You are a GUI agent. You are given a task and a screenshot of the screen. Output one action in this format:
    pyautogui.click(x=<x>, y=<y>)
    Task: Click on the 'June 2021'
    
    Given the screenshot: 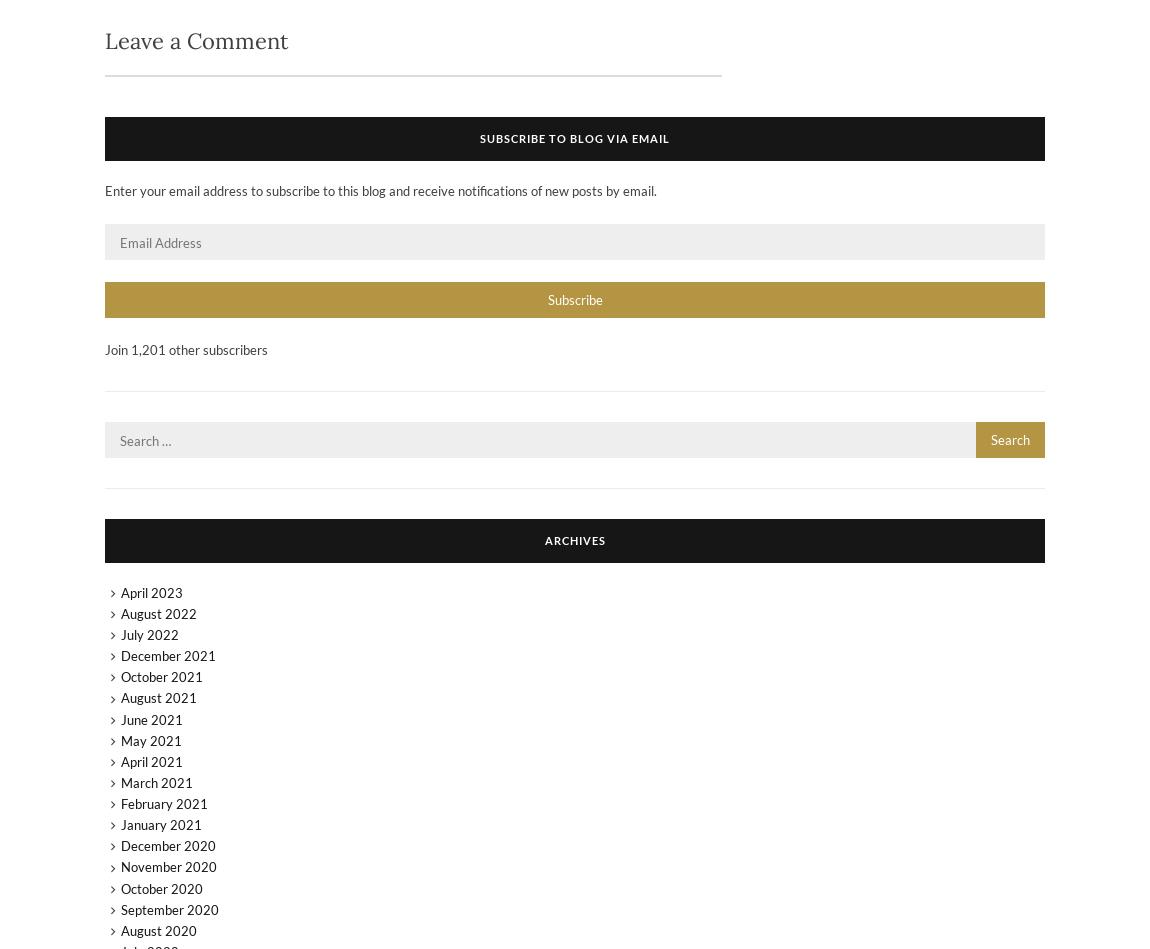 What is the action you would take?
    pyautogui.click(x=149, y=718)
    